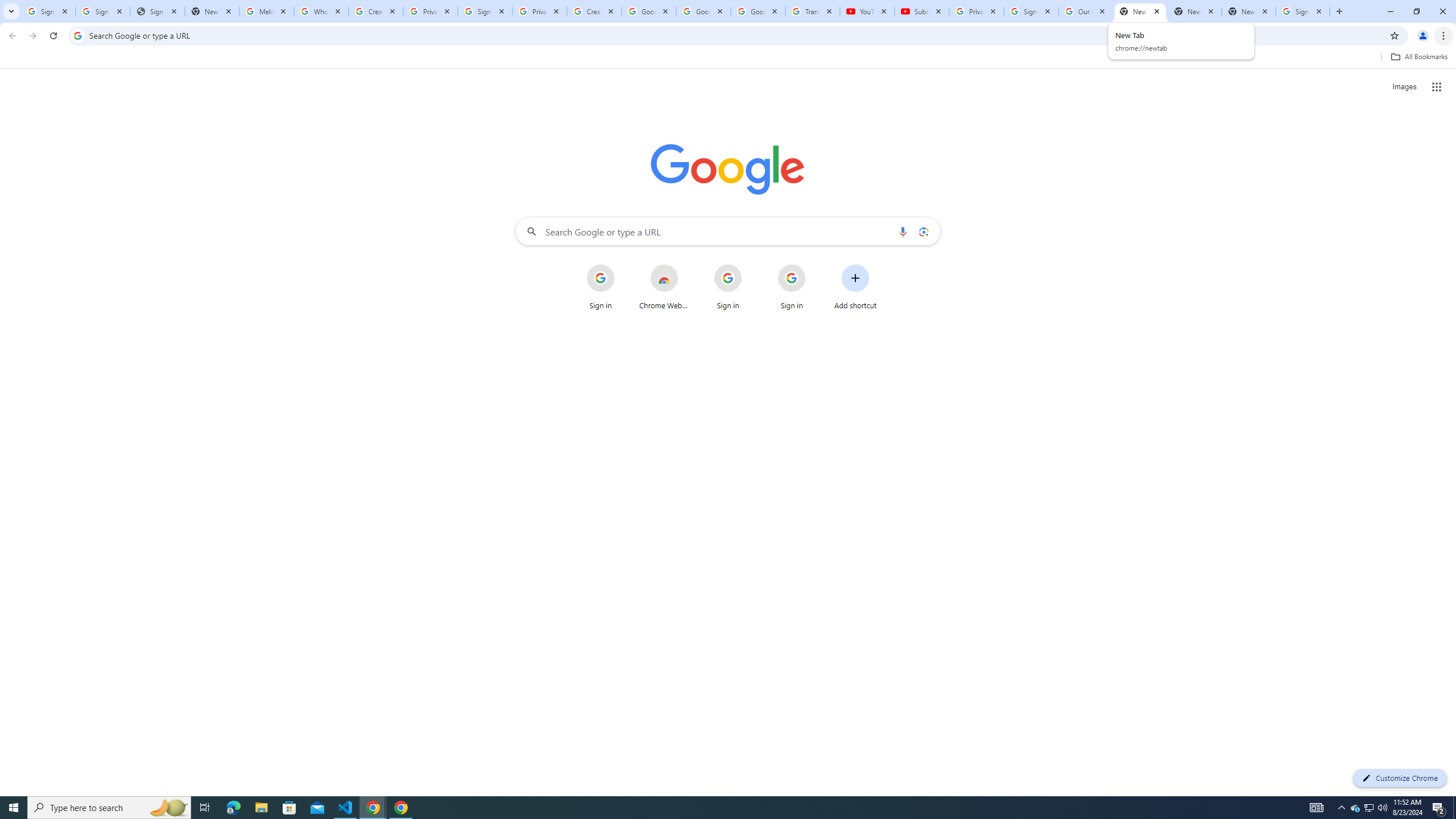 The height and width of the screenshot is (819, 1456). What do you see at coordinates (1404, 87) in the screenshot?
I see `'Search for Images '` at bounding box center [1404, 87].